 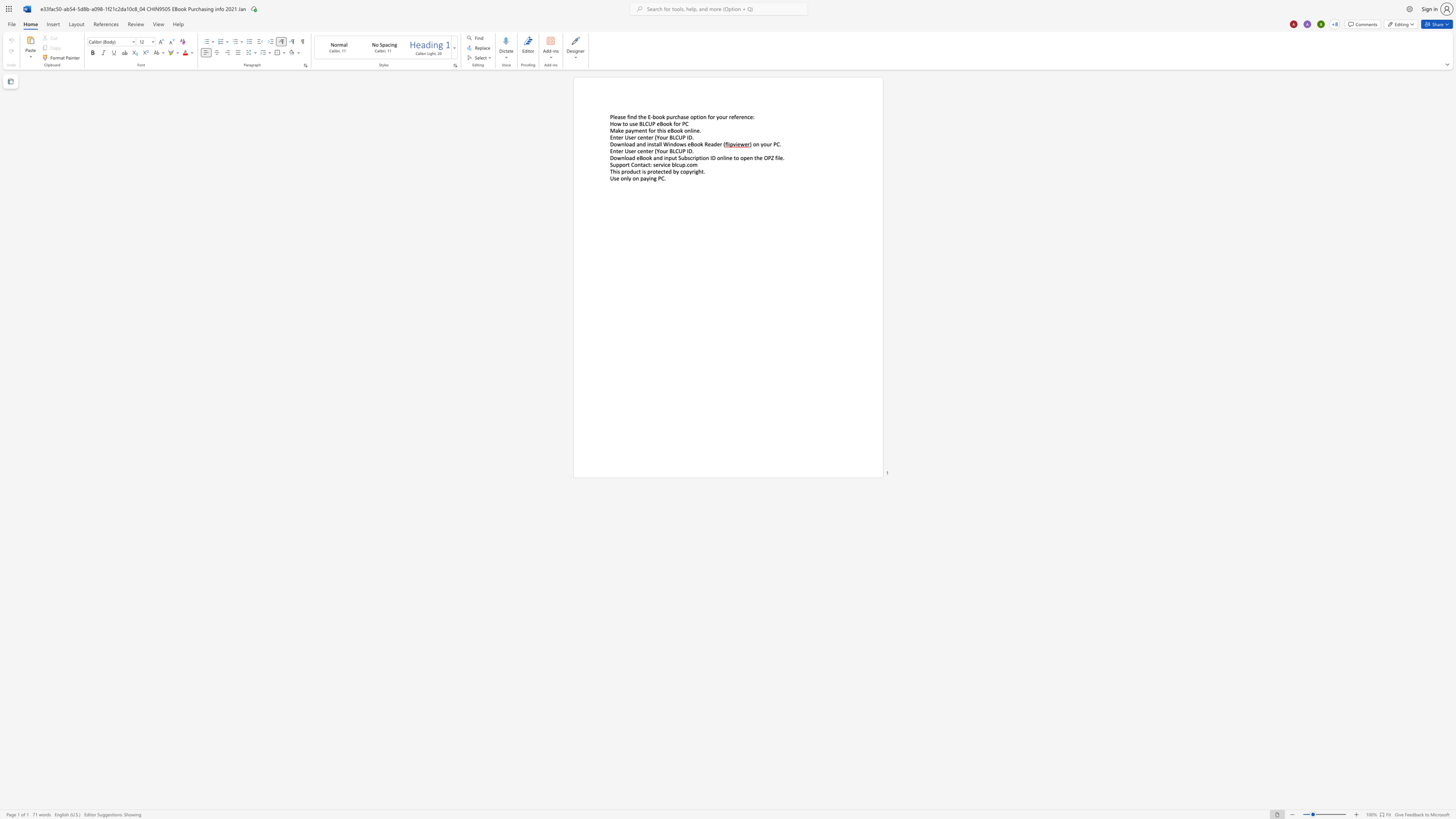 I want to click on the 1th character "u" in the text, so click(x=631, y=123).